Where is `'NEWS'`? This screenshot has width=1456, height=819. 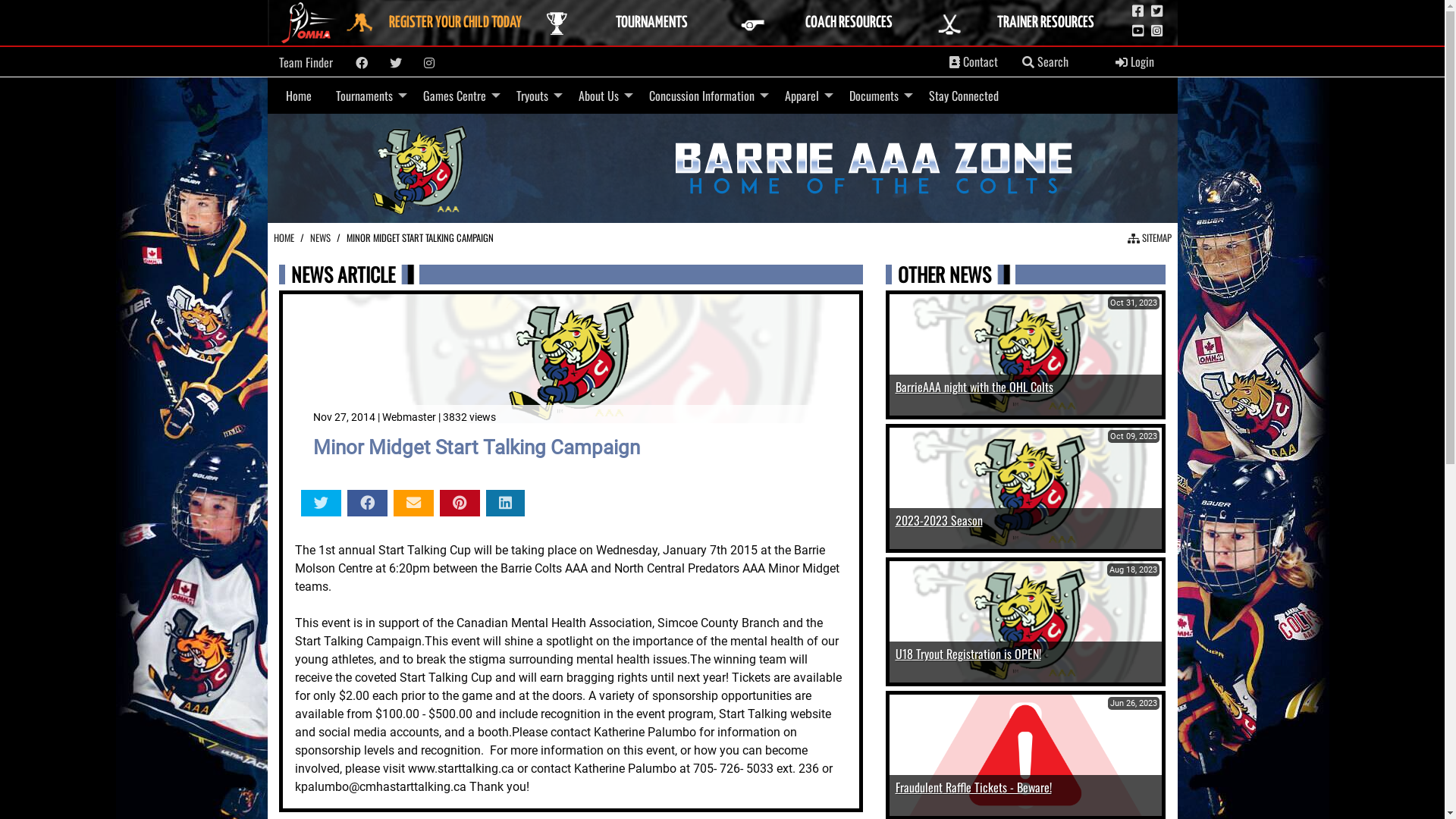
'NEWS' is located at coordinates (318, 237).